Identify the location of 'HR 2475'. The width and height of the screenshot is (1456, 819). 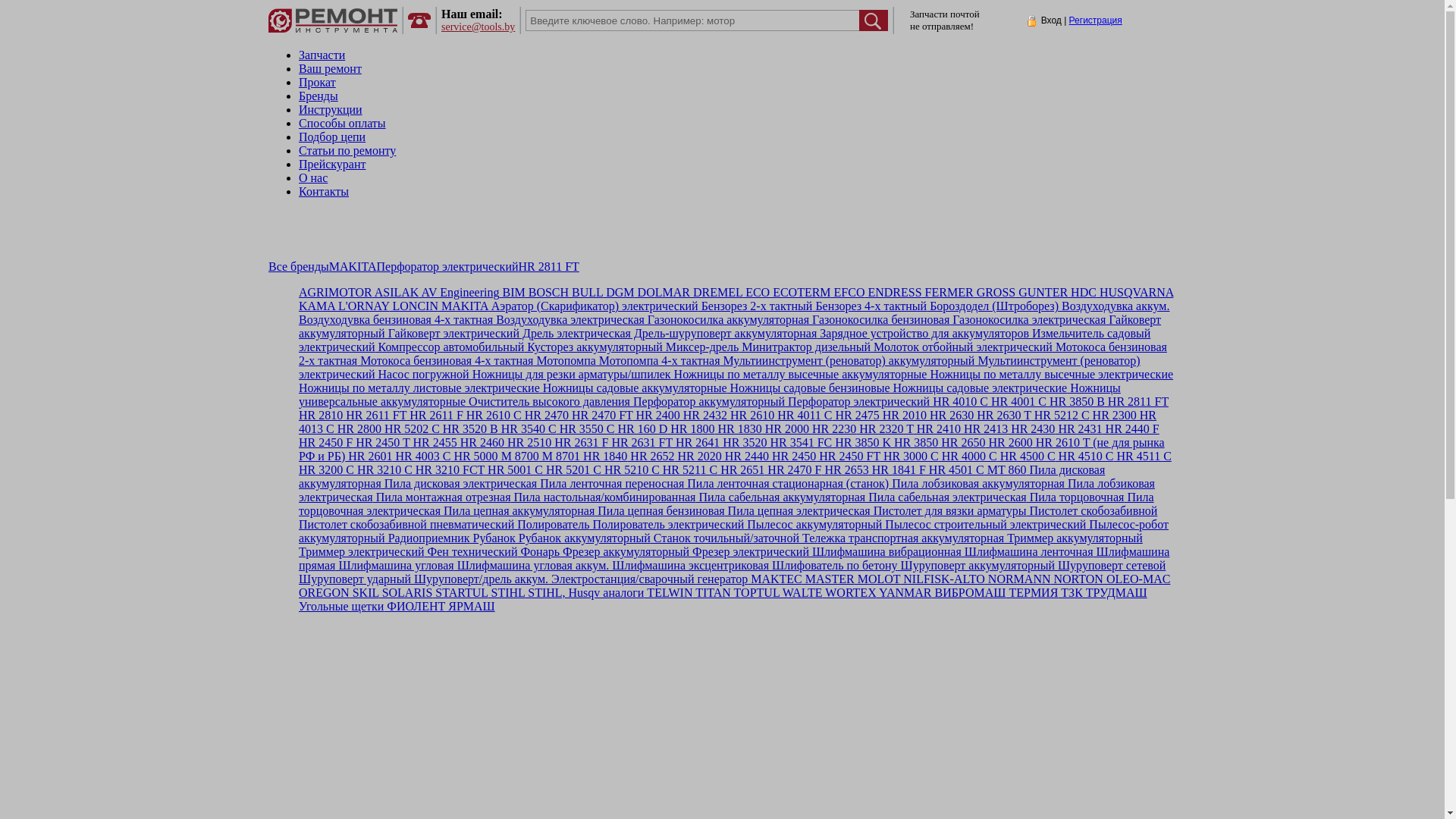
(855, 415).